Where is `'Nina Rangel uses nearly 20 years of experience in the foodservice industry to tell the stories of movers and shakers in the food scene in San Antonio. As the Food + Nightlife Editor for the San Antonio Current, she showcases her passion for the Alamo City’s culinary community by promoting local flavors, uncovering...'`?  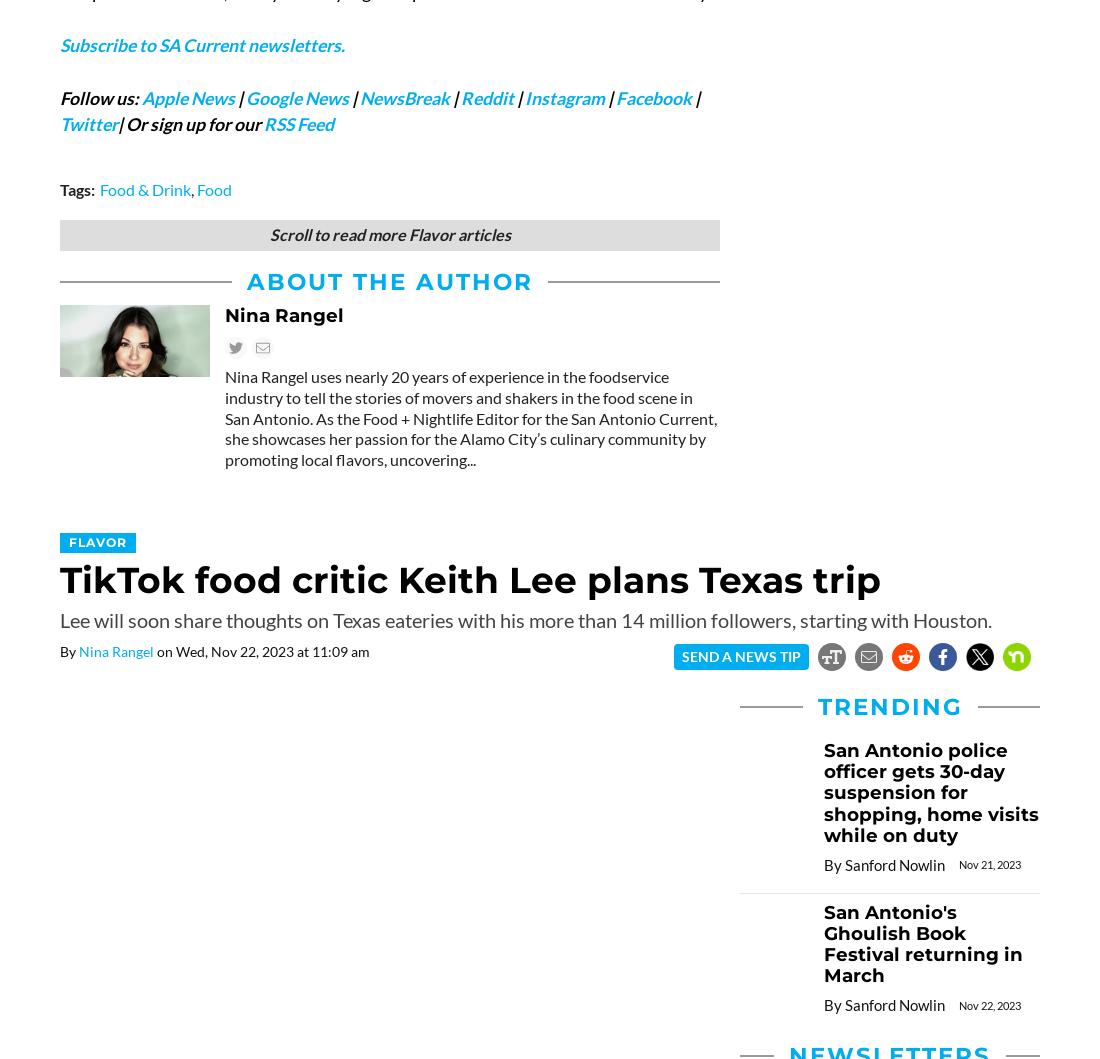
'Nina Rangel uses nearly 20 years of experience in the foodservice industry to tell the stories of movers and shakers in the food scene in San Antonio. As the Food + Nightlife Editor for the San Antonio Current, she showcases her passion for the Alamo City’s culinary community by promoting local flavors, uncovering...' is located at coordinates (224, 416).